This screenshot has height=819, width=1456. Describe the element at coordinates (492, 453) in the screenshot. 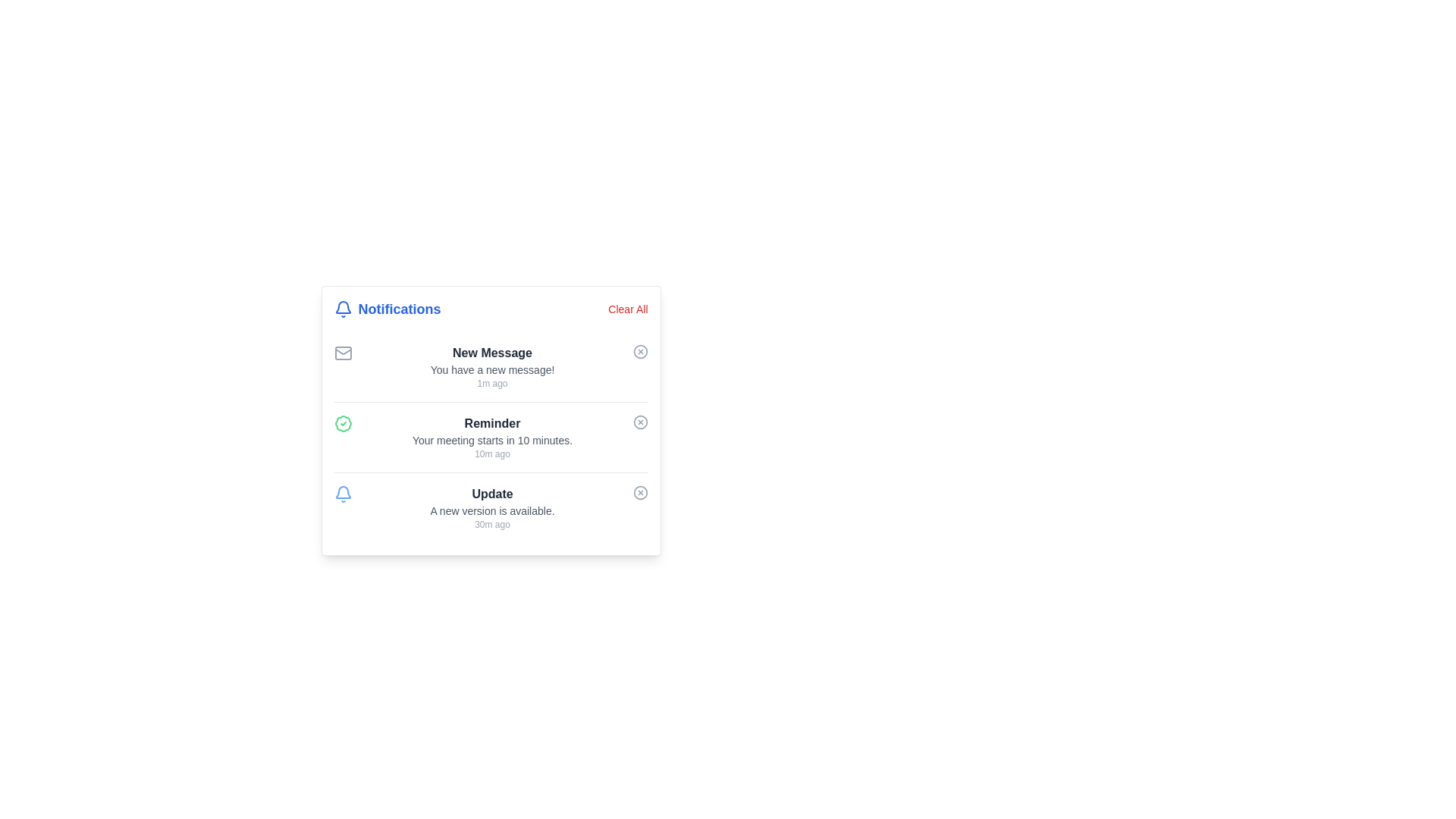

I see `the static text element displaying '10m ago' located at the bottom of the notification card titled 'Reminder'` at that location.